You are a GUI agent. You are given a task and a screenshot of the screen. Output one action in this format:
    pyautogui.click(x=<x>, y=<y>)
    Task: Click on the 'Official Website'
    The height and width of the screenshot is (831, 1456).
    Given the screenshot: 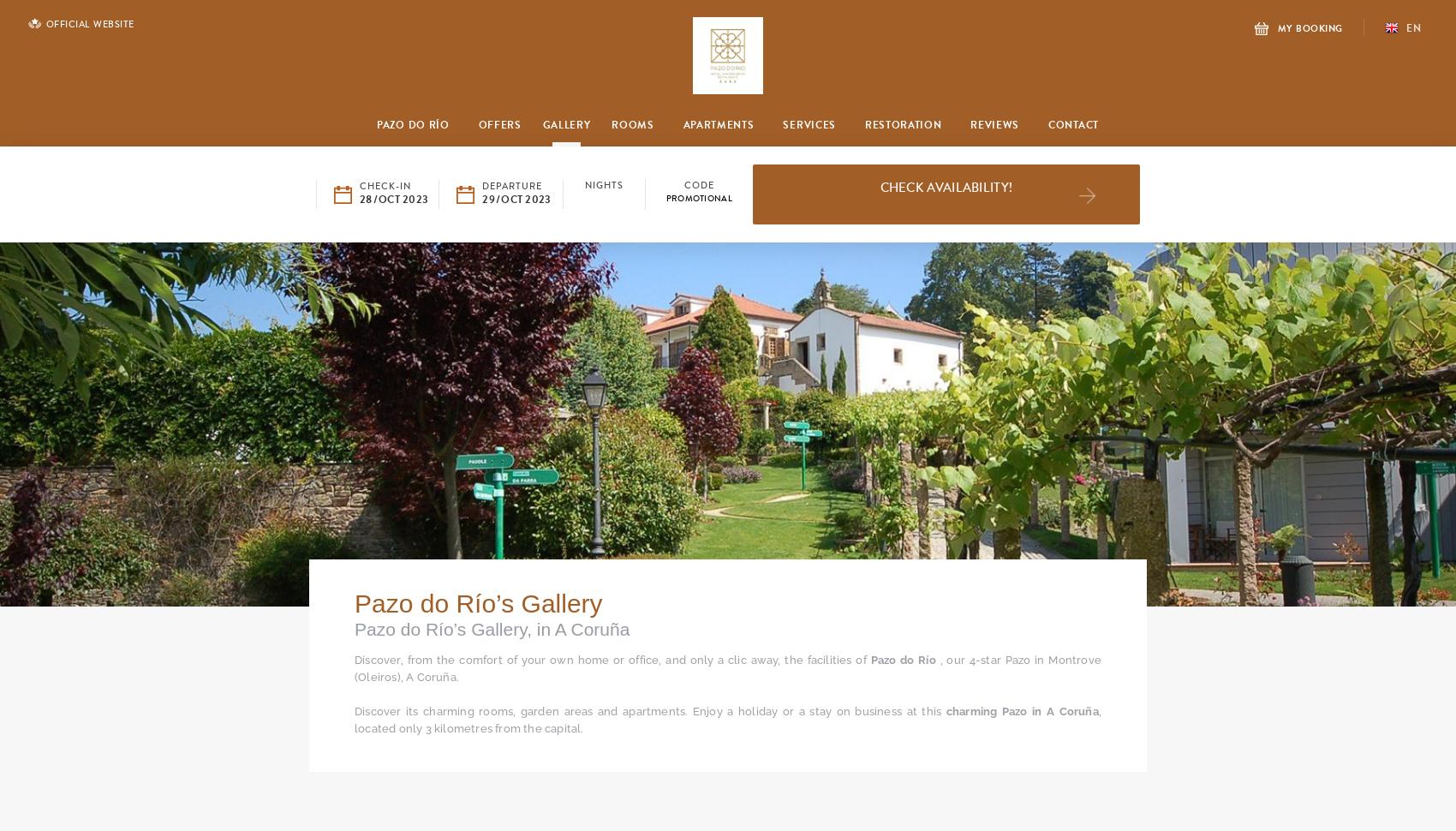 What is the action you would take?
    pyautogui.click(x=89, y=24)
    